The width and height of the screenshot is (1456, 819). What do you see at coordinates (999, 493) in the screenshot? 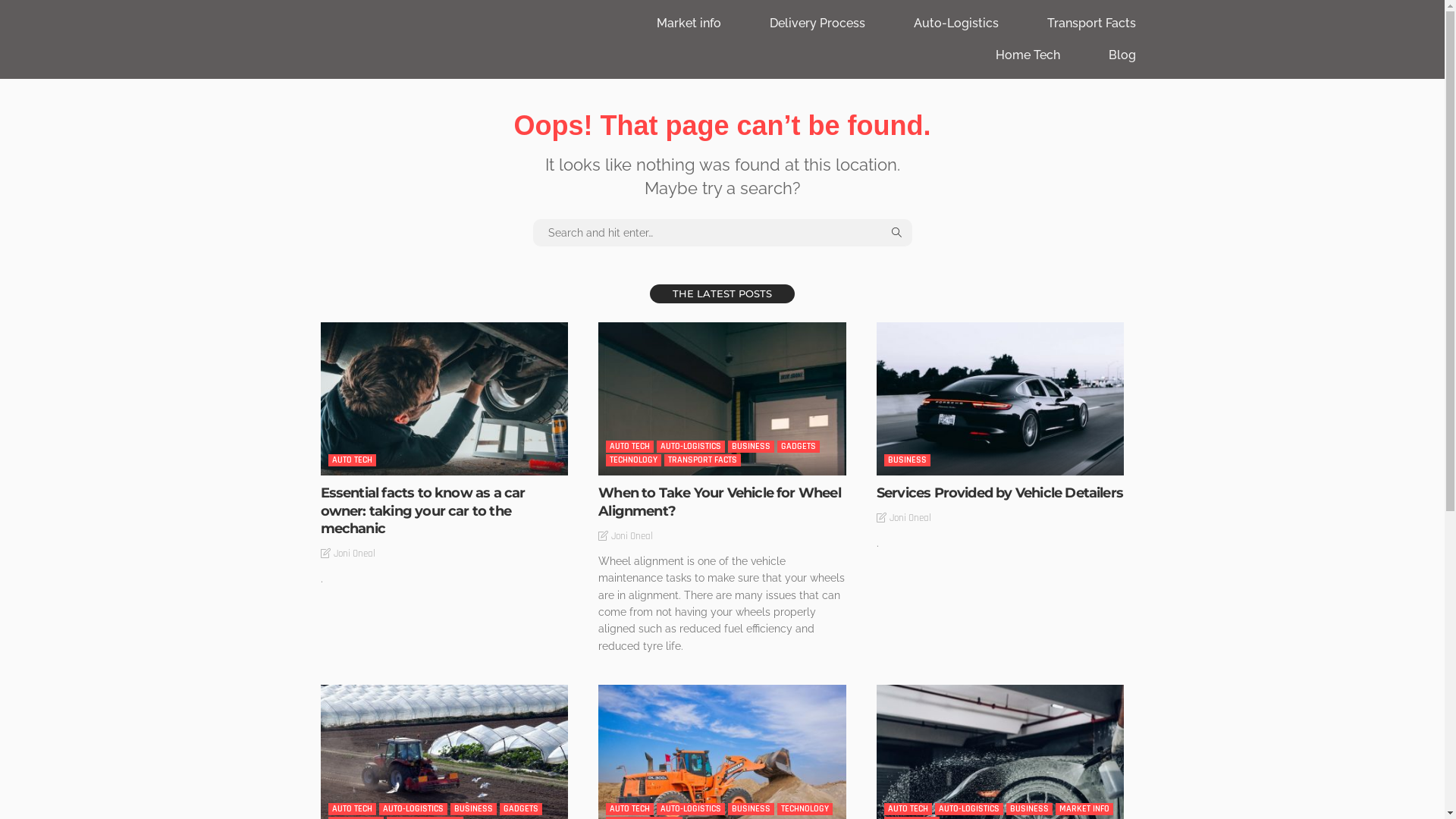
I see `'Services Provided by Vehicle Detailers'` at bounding box center [999, 493].